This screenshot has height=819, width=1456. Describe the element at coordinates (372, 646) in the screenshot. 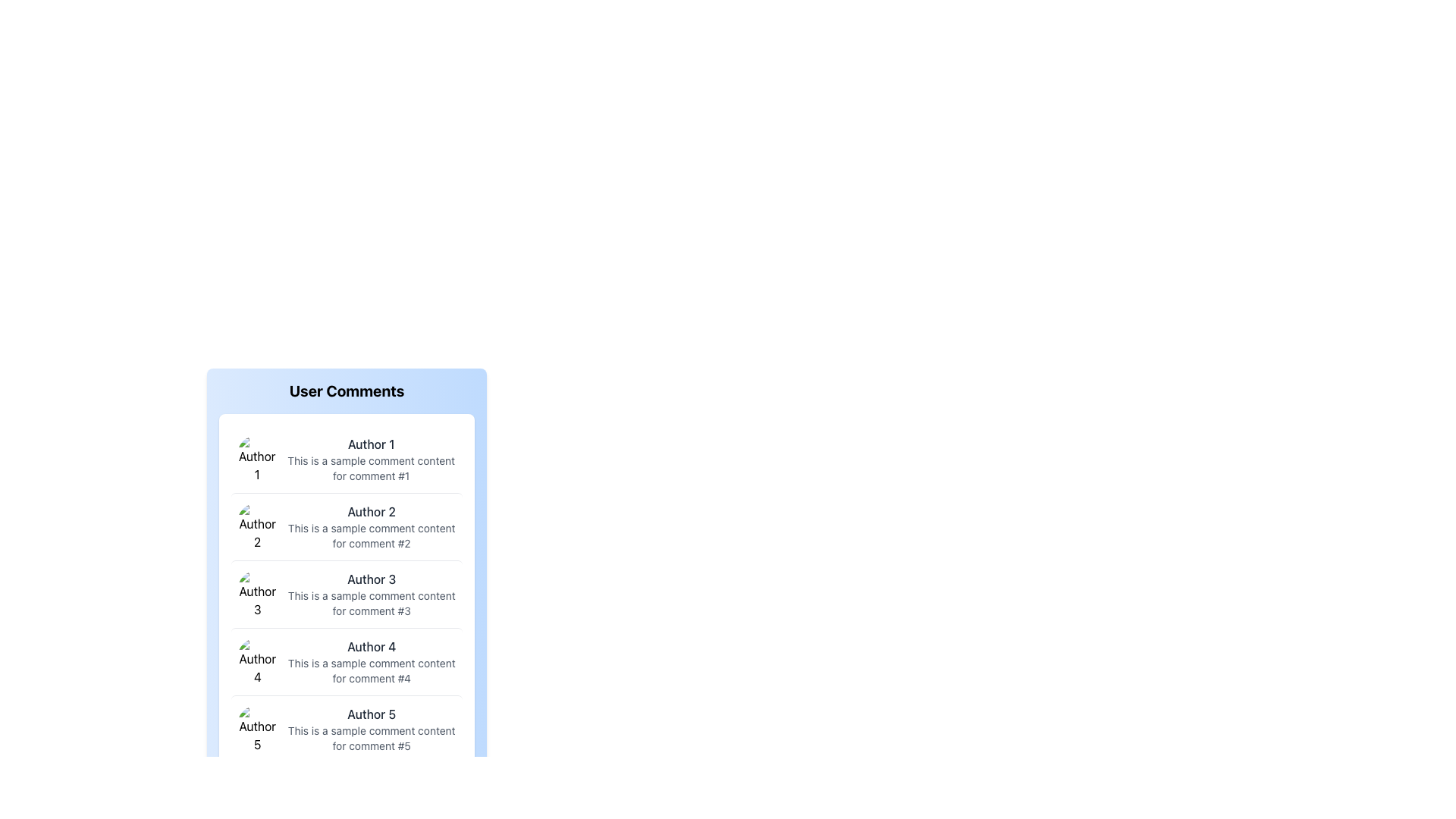

I see `the text label displaying the author name 'Author 4' for the related comment in the 'User Comments' section` at that location.